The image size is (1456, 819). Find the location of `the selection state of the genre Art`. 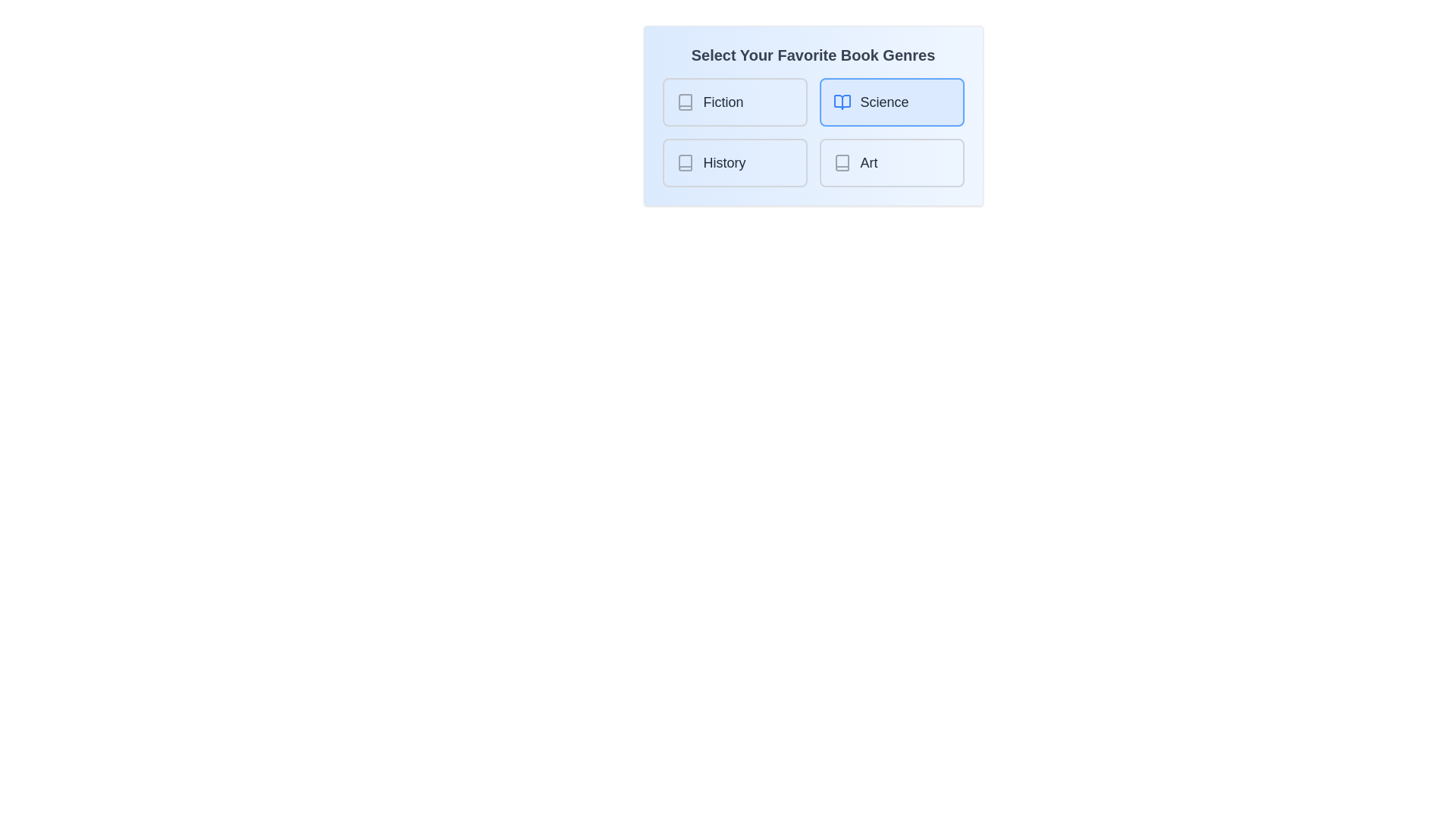

the selection state of the genre Art is located at coordinates (892, 163).